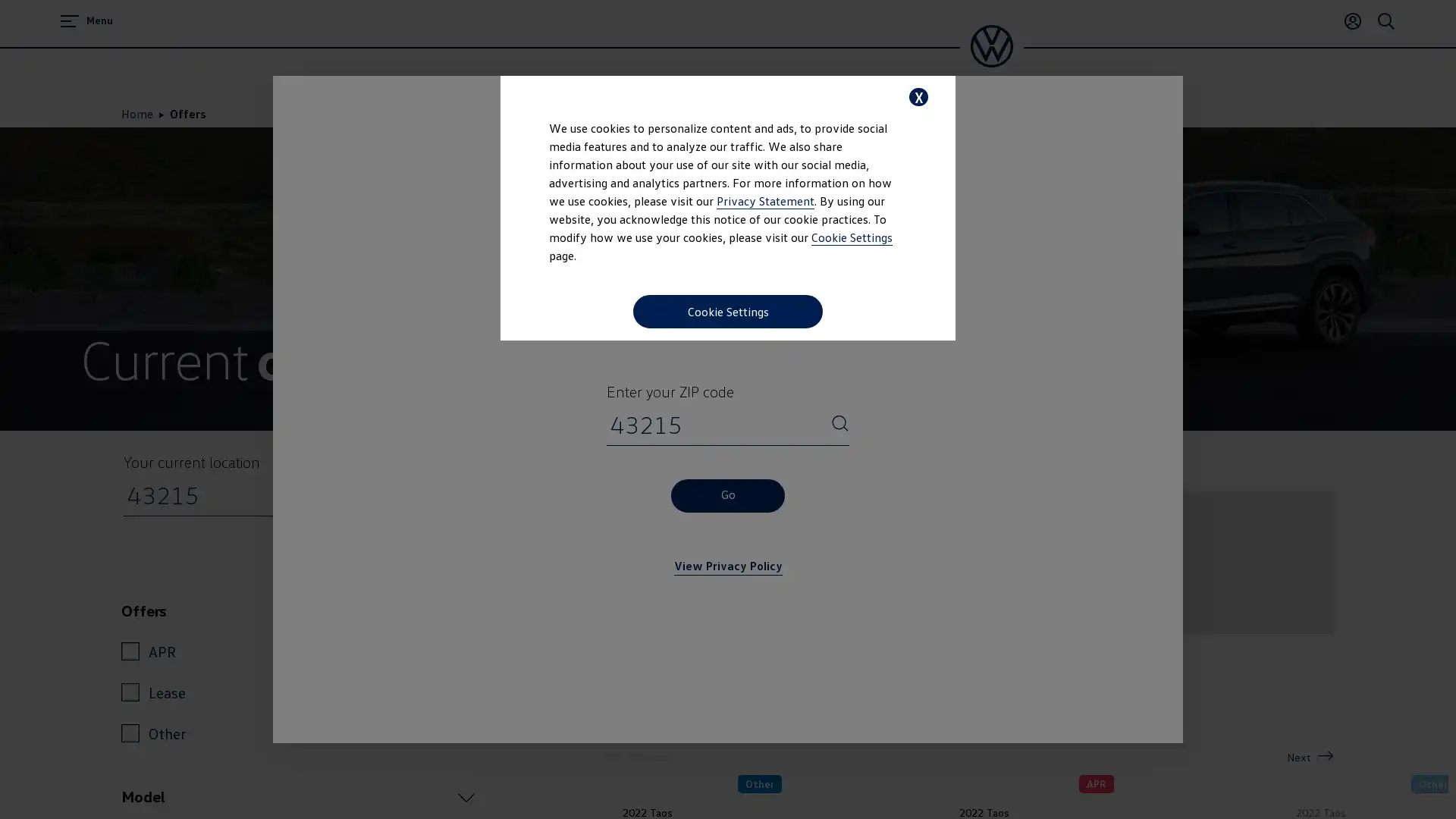 Image resolution: width=1456 pixels, height=819 pixels. I want to click on Cookie Settings, so click(728, 311).